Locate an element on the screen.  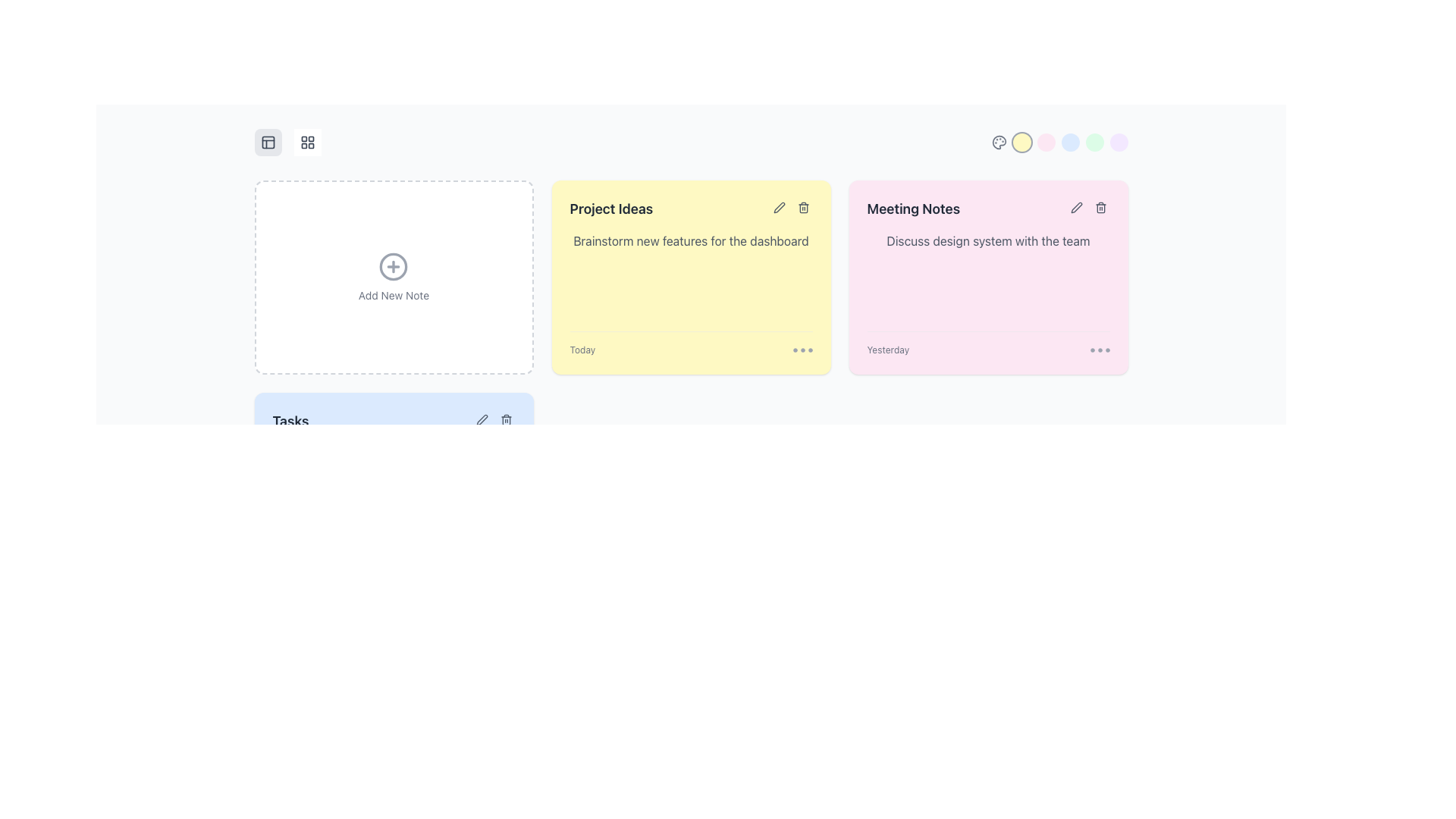
the timestamp text label that indicates the current day's relevance, located at the left side of the bottom section of the yellow 'Project Ideas' card is located at coordinates (582, 350).